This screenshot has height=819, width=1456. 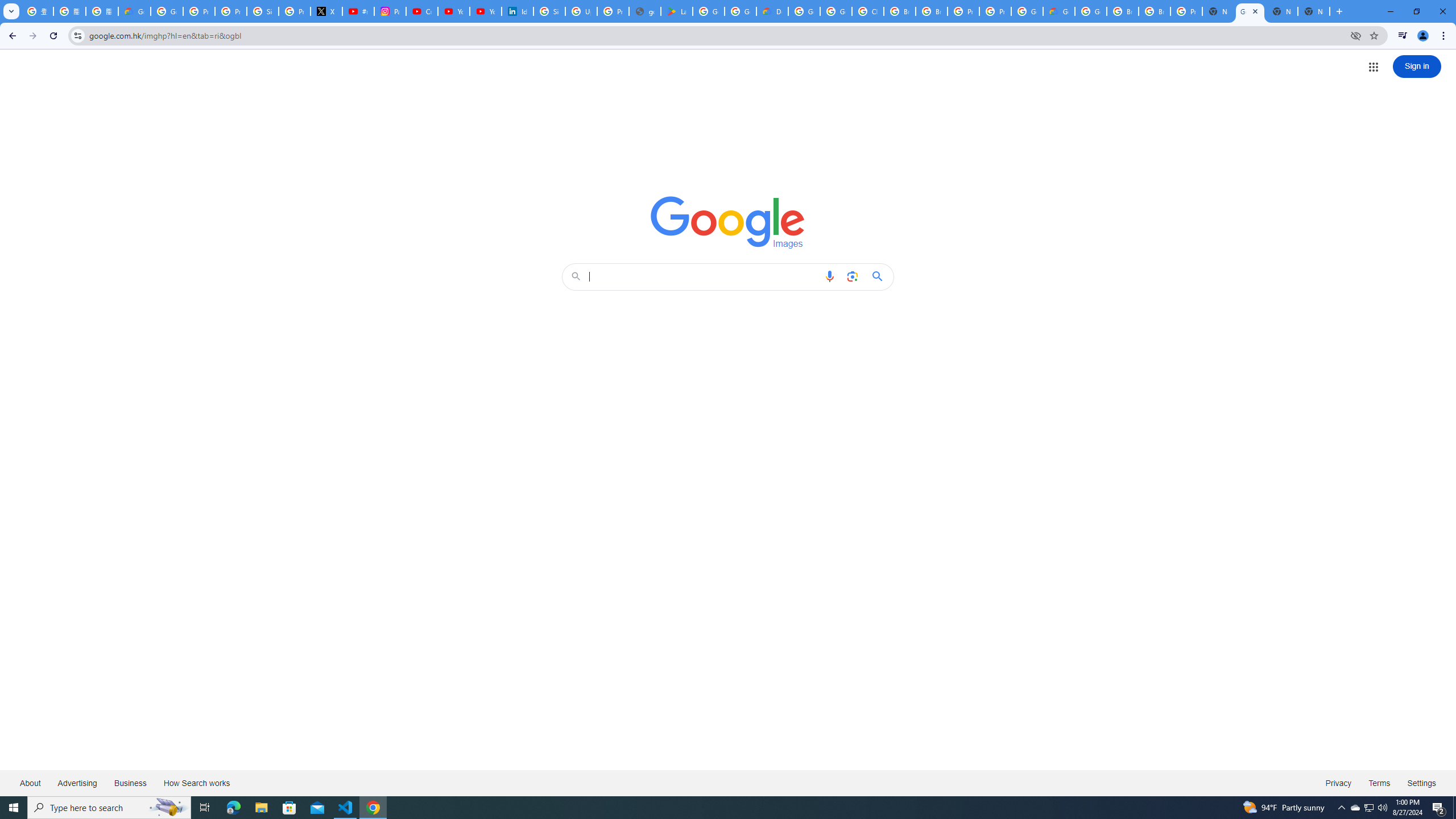 I want to click on 'Business', so click(x=130, y=782).